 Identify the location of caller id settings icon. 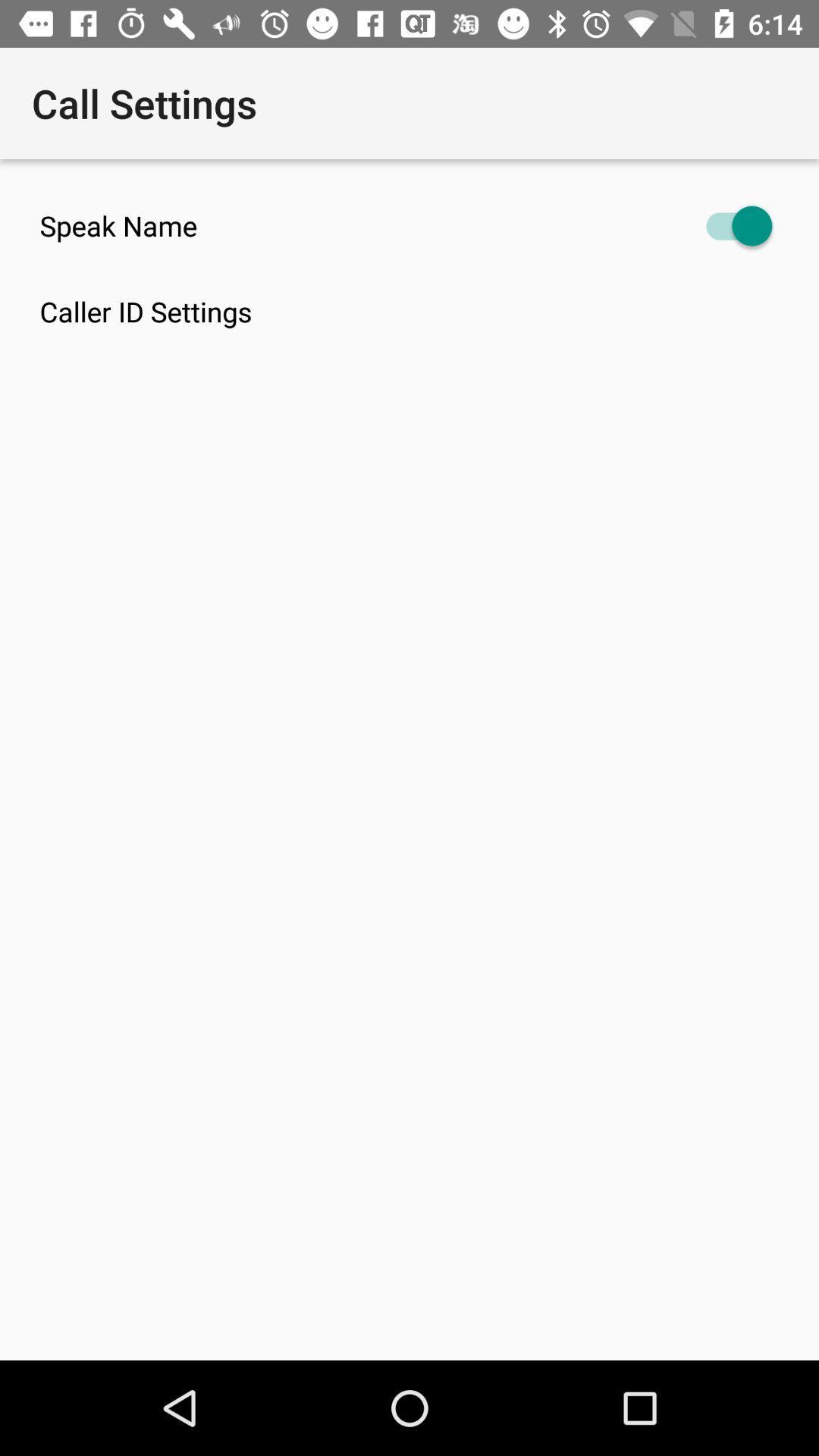
(429, 311).